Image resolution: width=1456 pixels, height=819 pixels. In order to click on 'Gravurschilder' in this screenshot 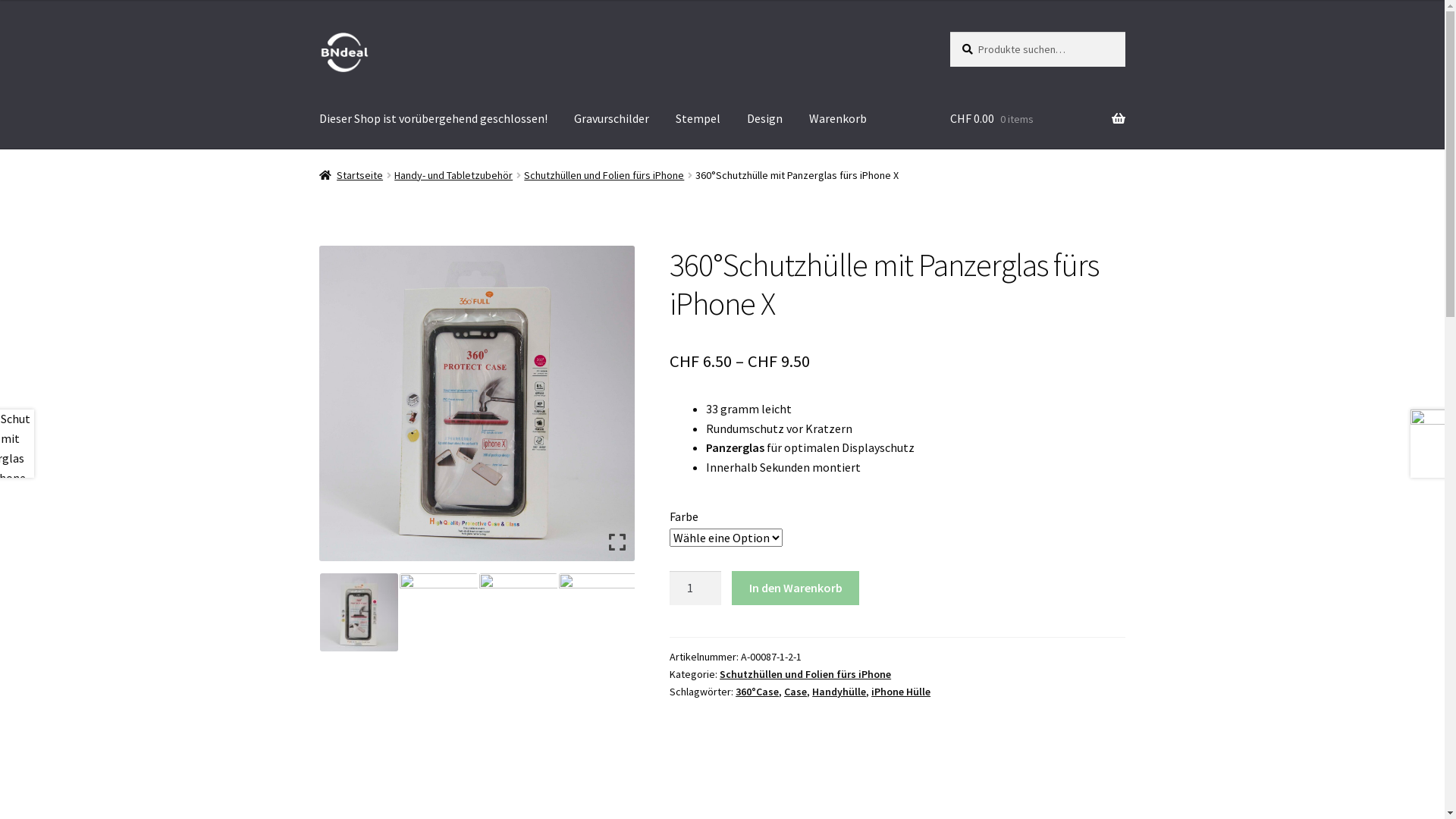, I will do `click(611, 118)`.